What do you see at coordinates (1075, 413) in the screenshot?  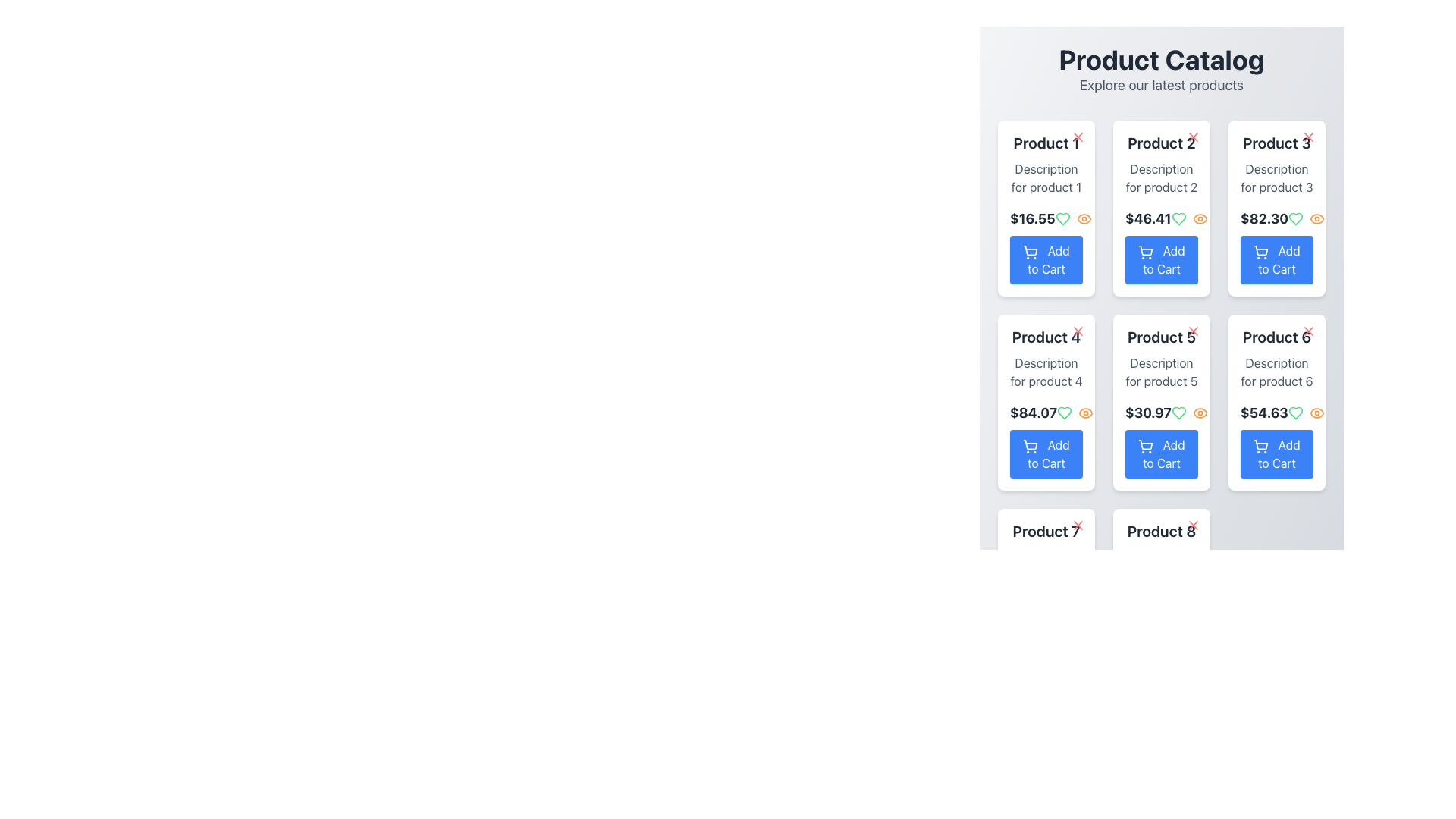 I see `the heart icon in the icon group next to the price '$84.07' for 'Product 4' to mark it as a favorite` at bounding box center [1075, 413].